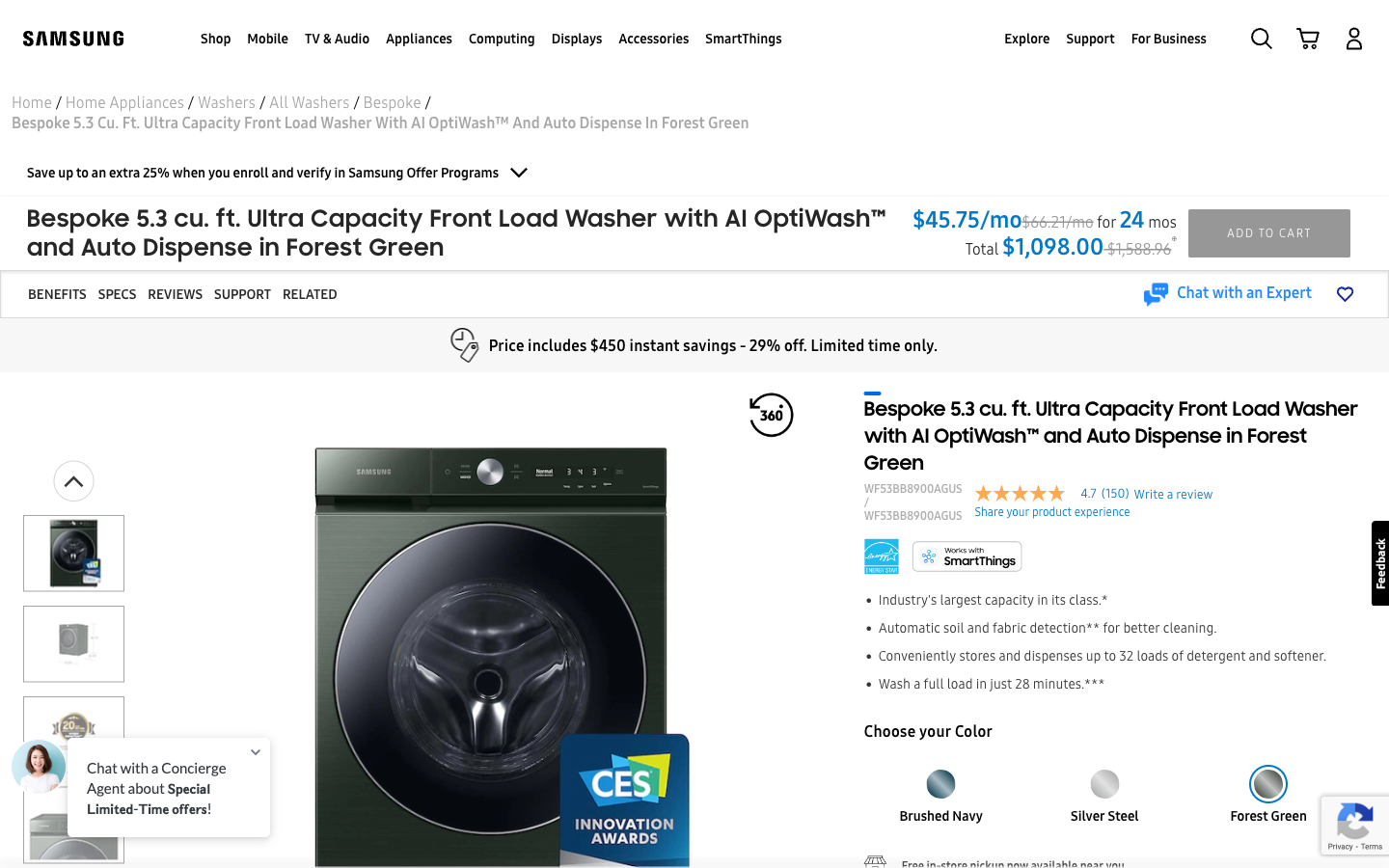 The height and width of the screenshot is (868, 1389). Describe the element at coordinates (175, 293) in the screenshot. I see `Look over the evaluations for the laundry machine` at that location.